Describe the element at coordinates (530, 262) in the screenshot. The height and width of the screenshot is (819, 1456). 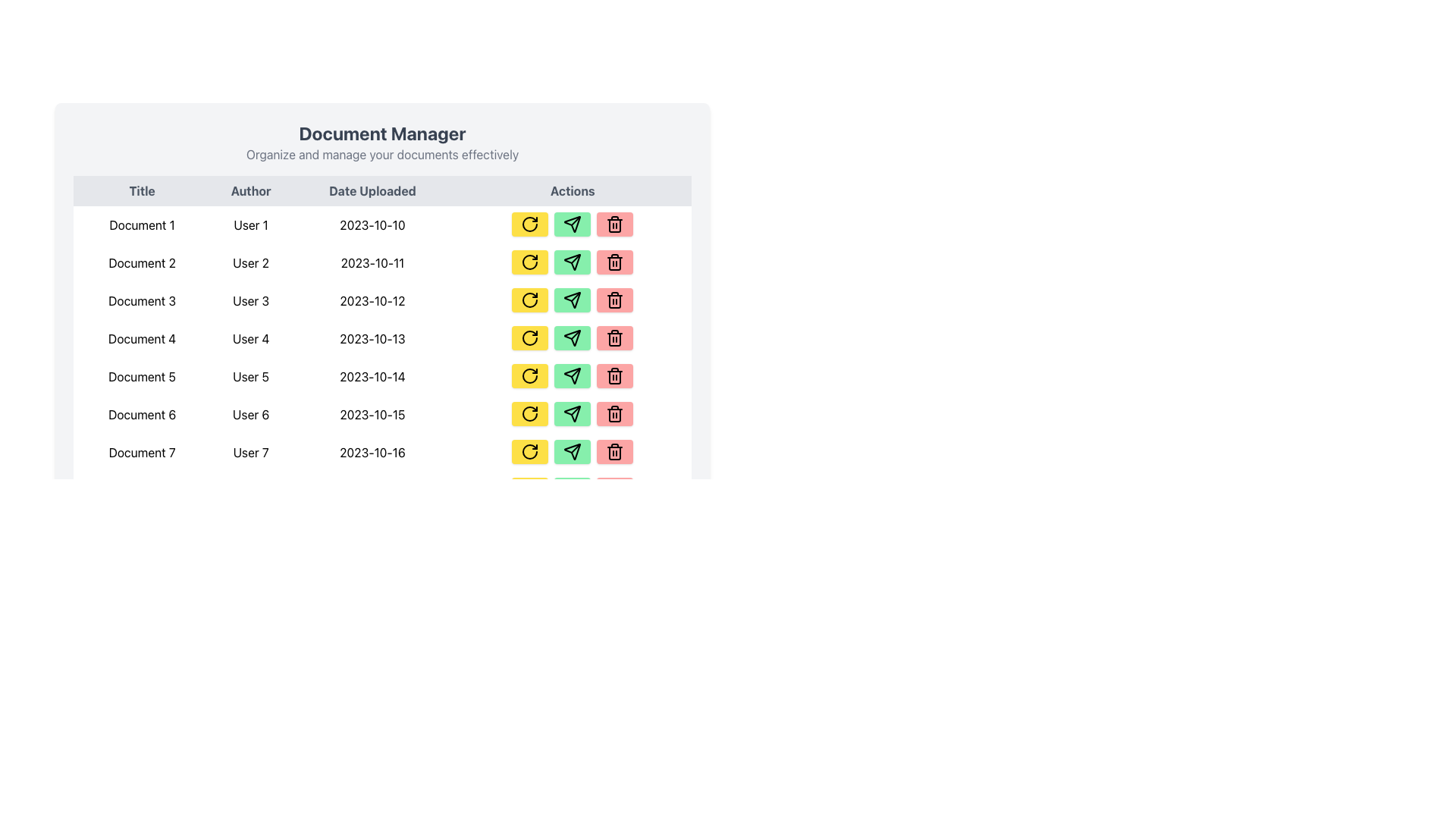
I see `the refresh icon button located in the first position of the second row in the 'Actions' column of the table` at that location.